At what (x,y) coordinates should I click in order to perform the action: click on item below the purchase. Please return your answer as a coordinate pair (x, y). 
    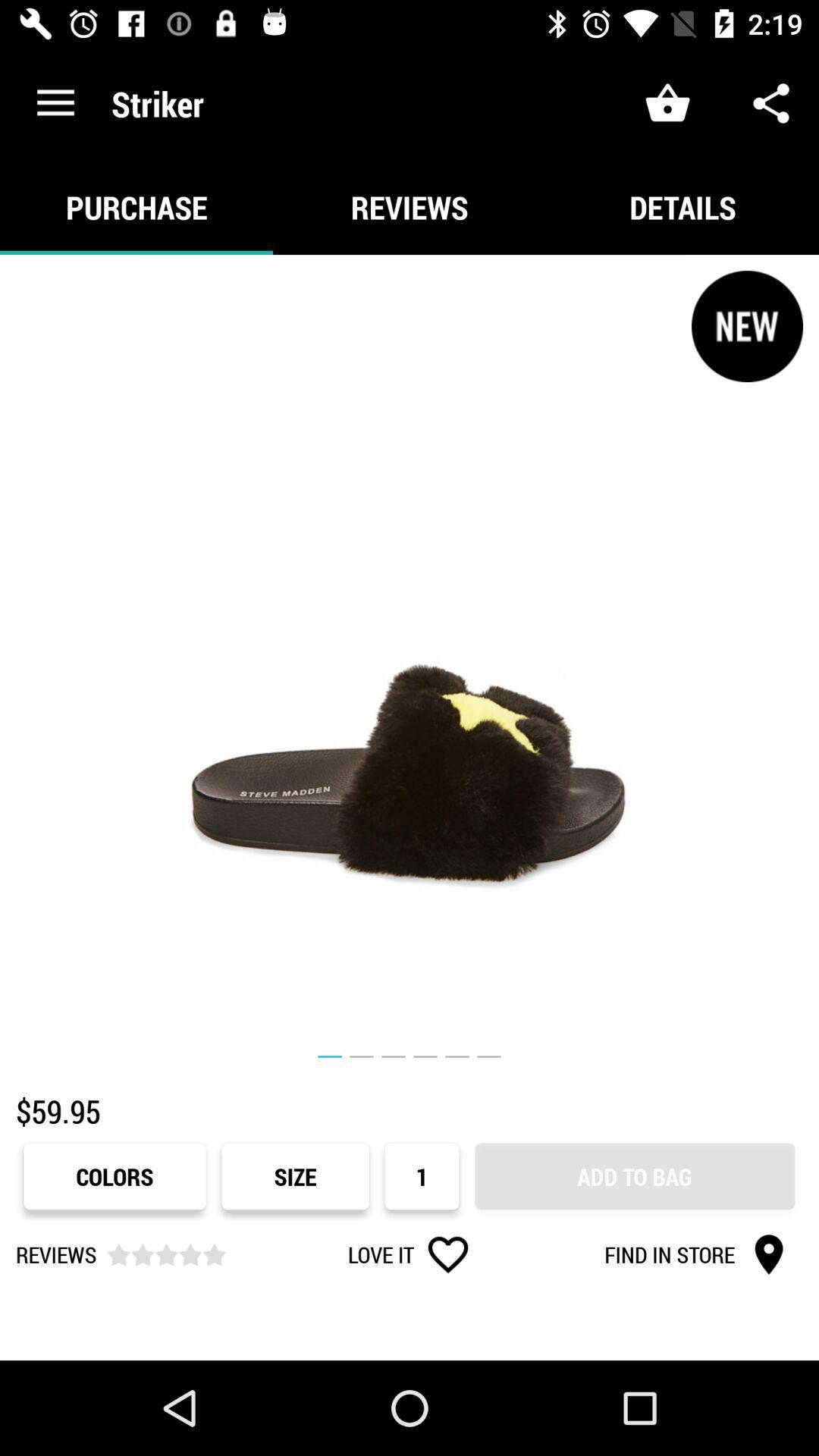
    Looking at the image, I should click on (409, 664).